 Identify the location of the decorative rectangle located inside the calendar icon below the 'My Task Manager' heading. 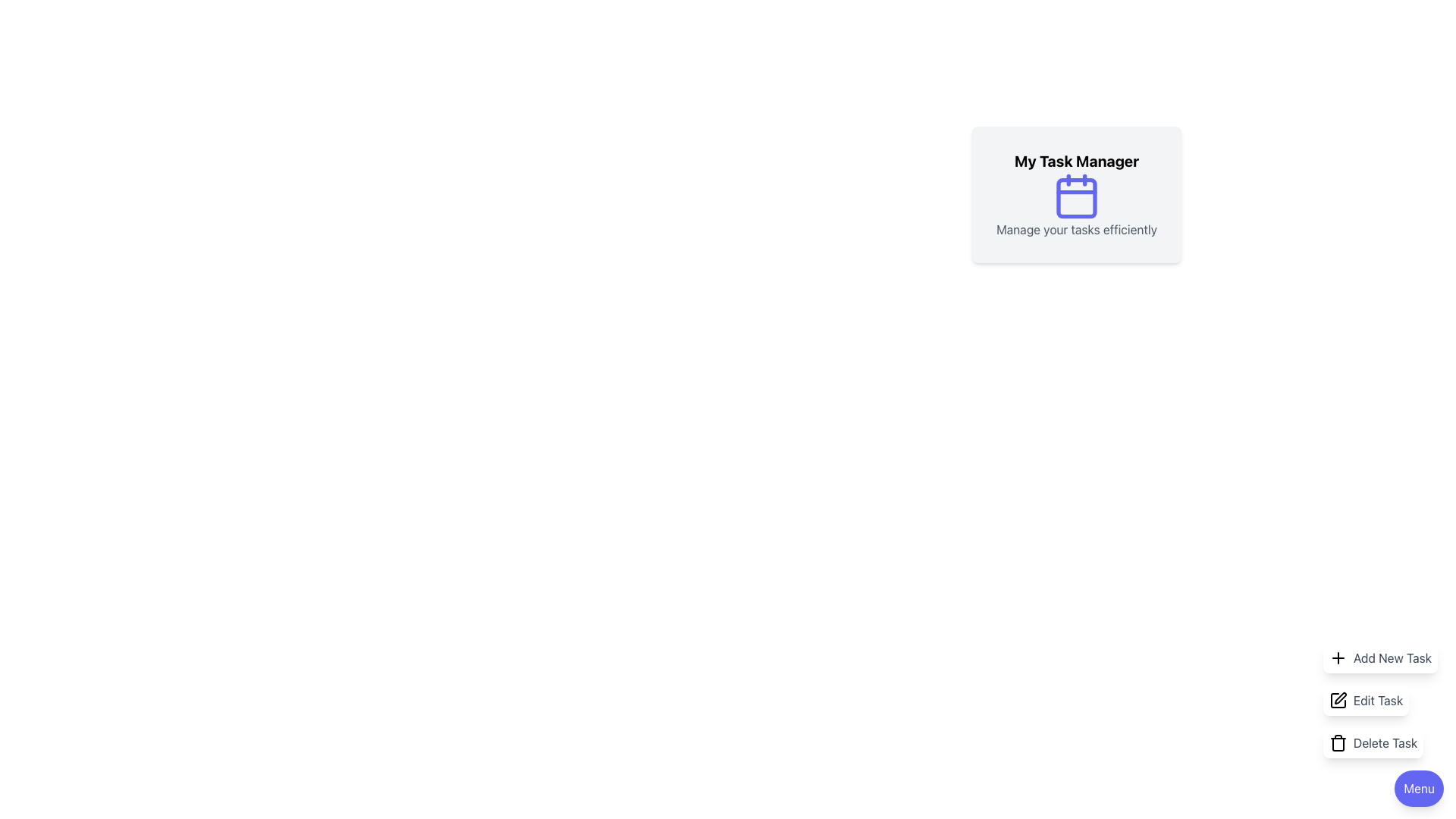
(1076, 197).